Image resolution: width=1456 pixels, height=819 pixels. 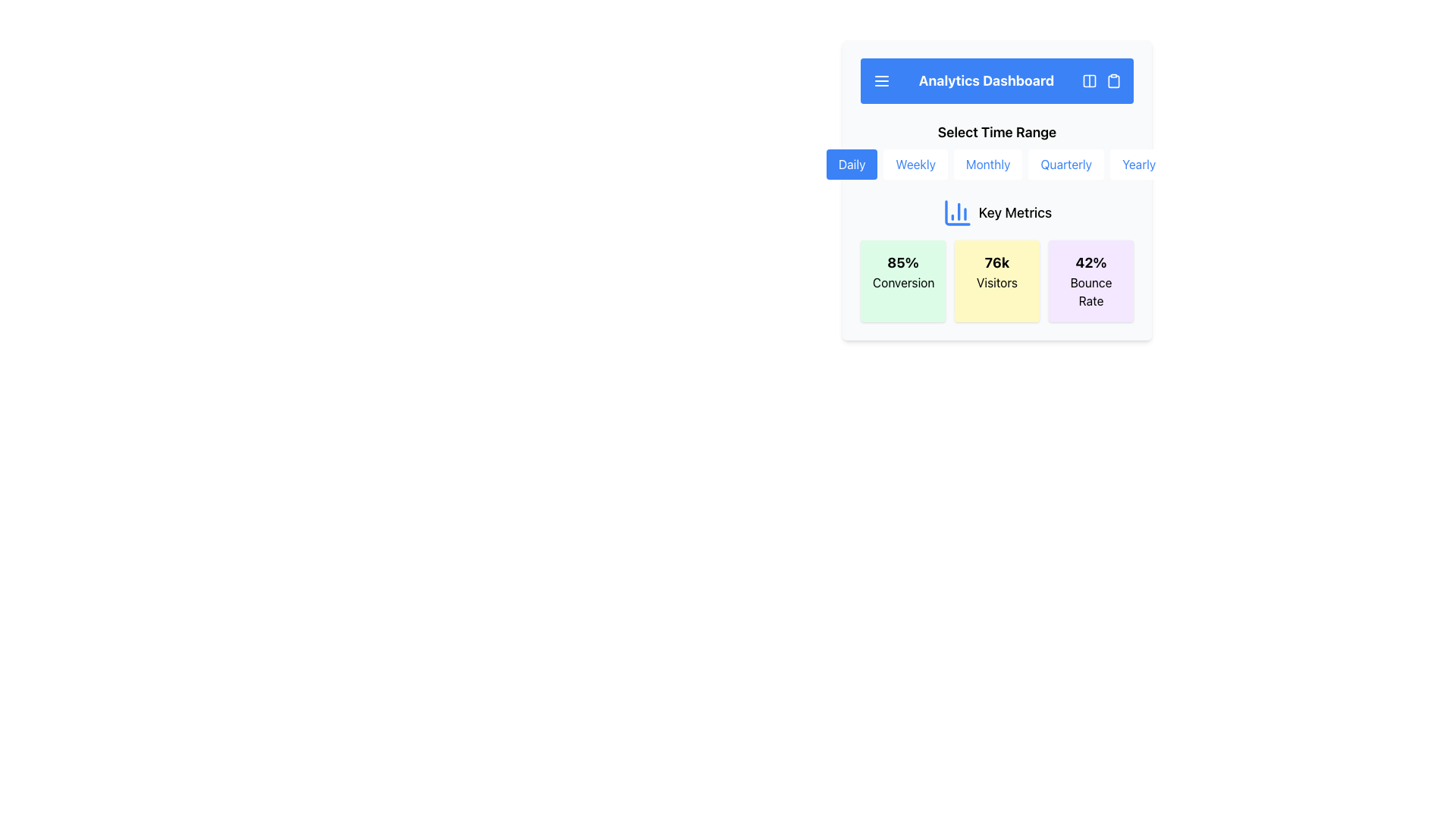 I want to click on the 'Visitors' metric card component located at the center-bottom area of the 'Key Metrics' section for reordering, so click(x=997, y=281).